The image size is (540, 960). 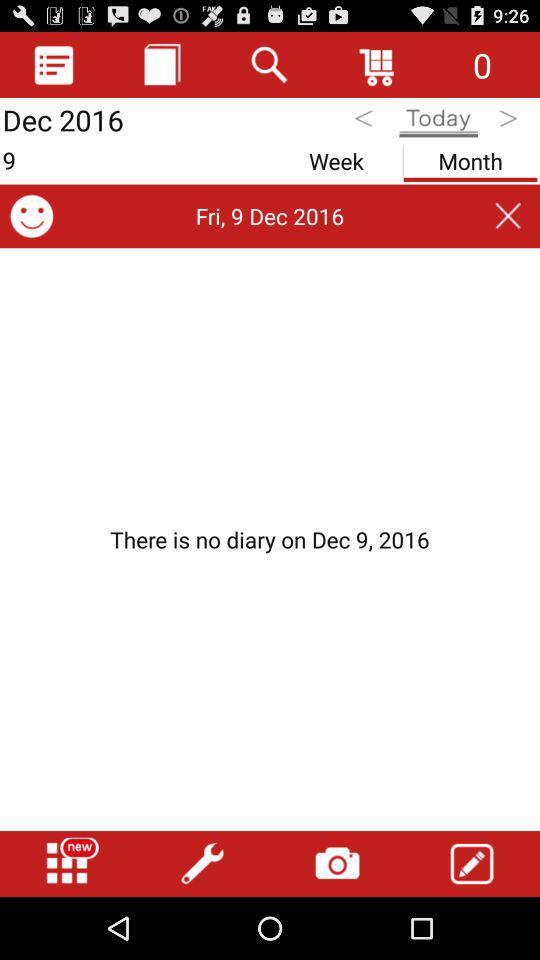 What do you see at coordinates (270, 538) in the screenshot?
I see `warning light` at bounding box center [270, 538].